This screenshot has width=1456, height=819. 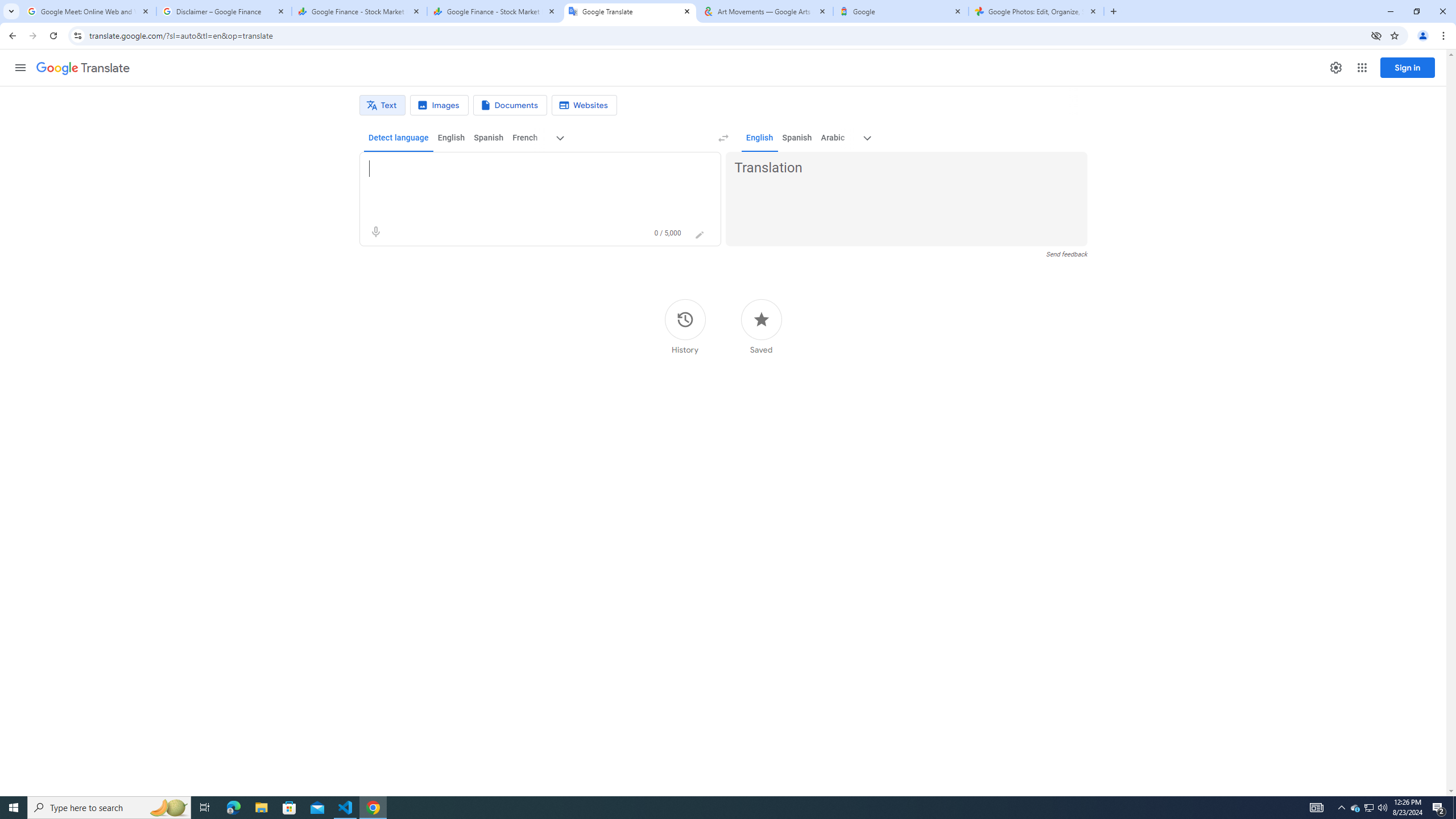 I want to click on 'Text translation', so click(x=382, y=105).